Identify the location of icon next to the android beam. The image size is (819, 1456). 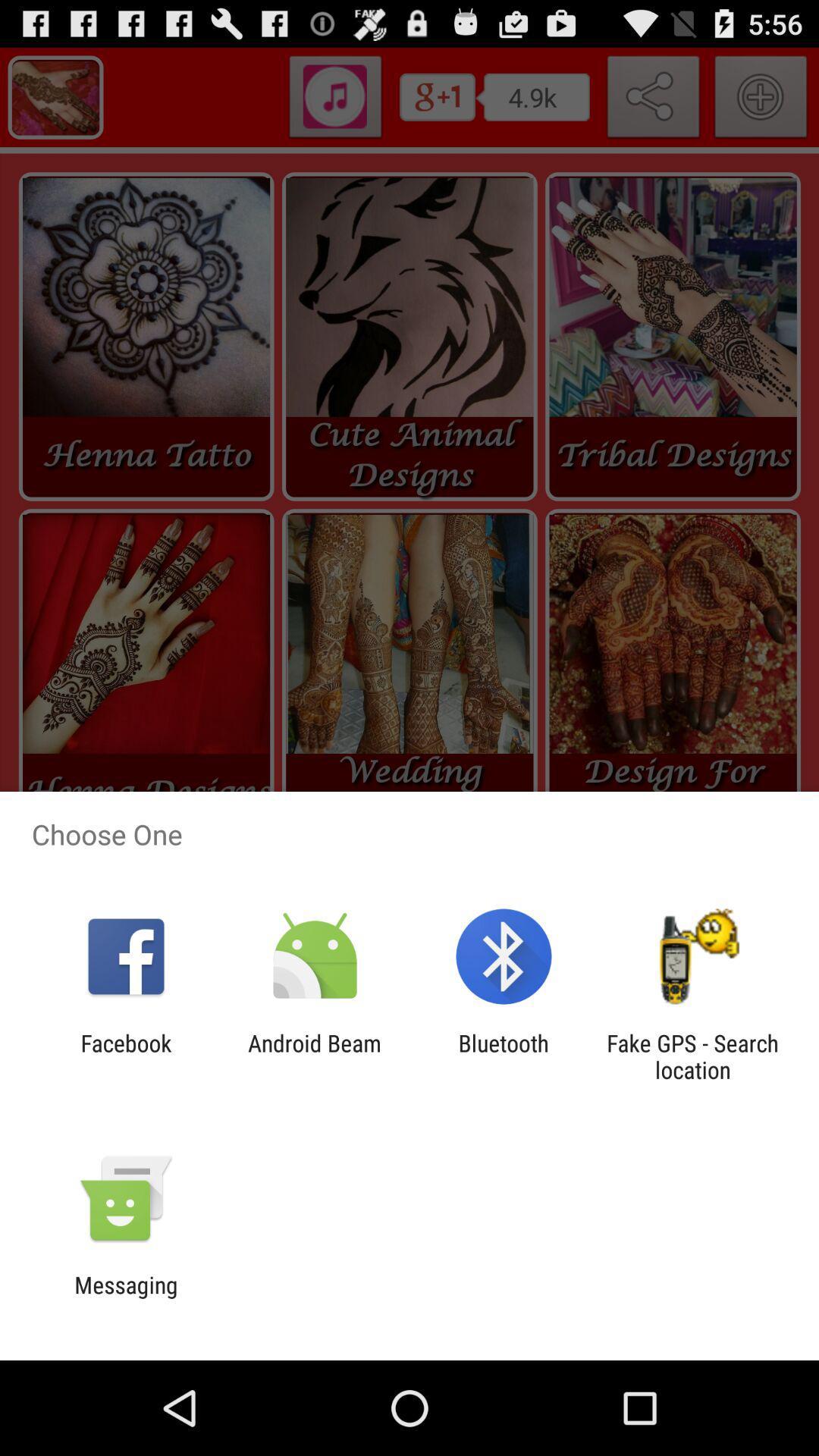
(504, 1056).